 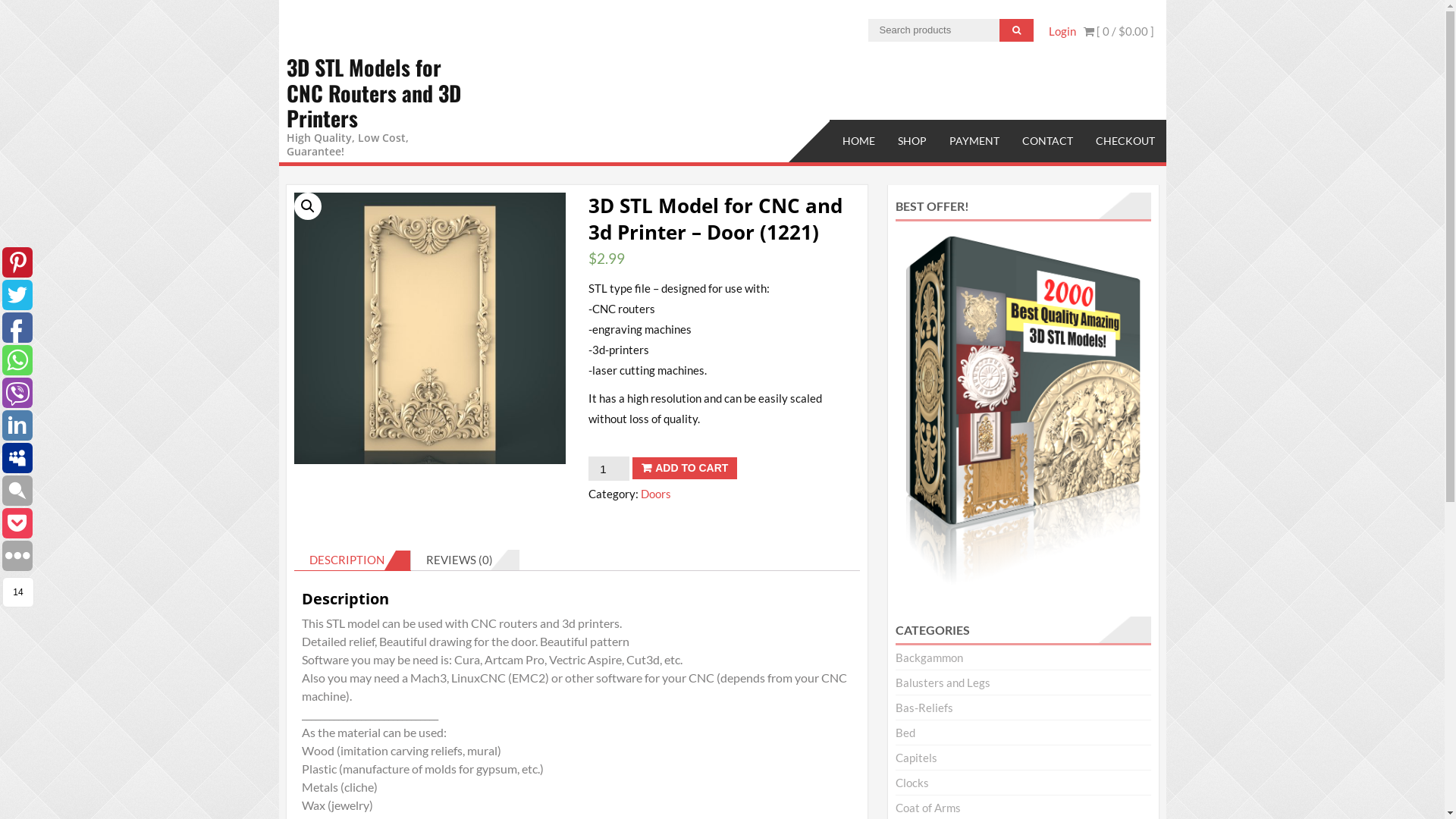 I want to click on '[ 0 / $0.00 ]', so click(x=1082, y=31).